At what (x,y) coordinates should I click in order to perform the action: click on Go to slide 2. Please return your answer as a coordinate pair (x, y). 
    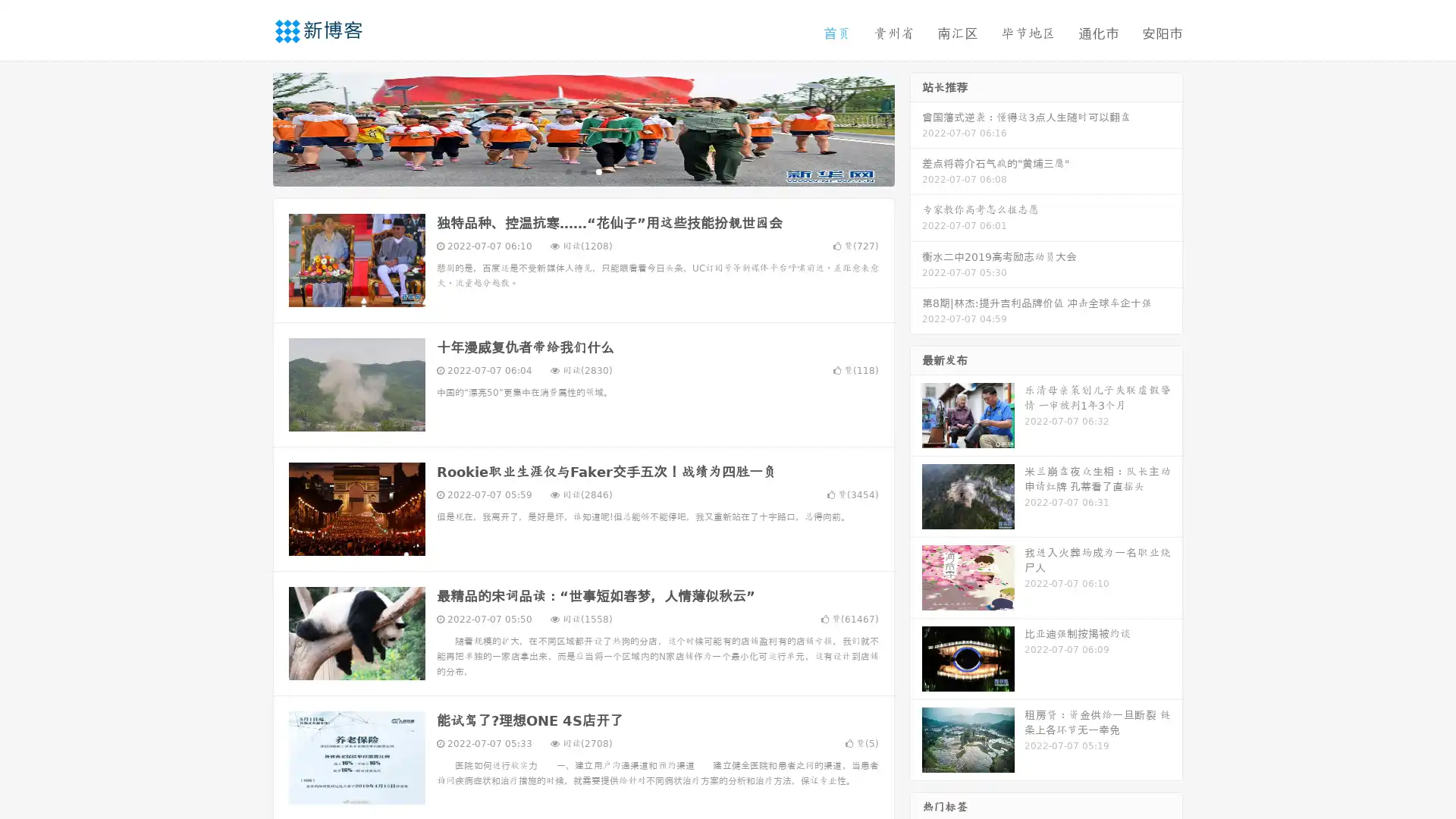
    Looking at the image, I should click on (582, 171).